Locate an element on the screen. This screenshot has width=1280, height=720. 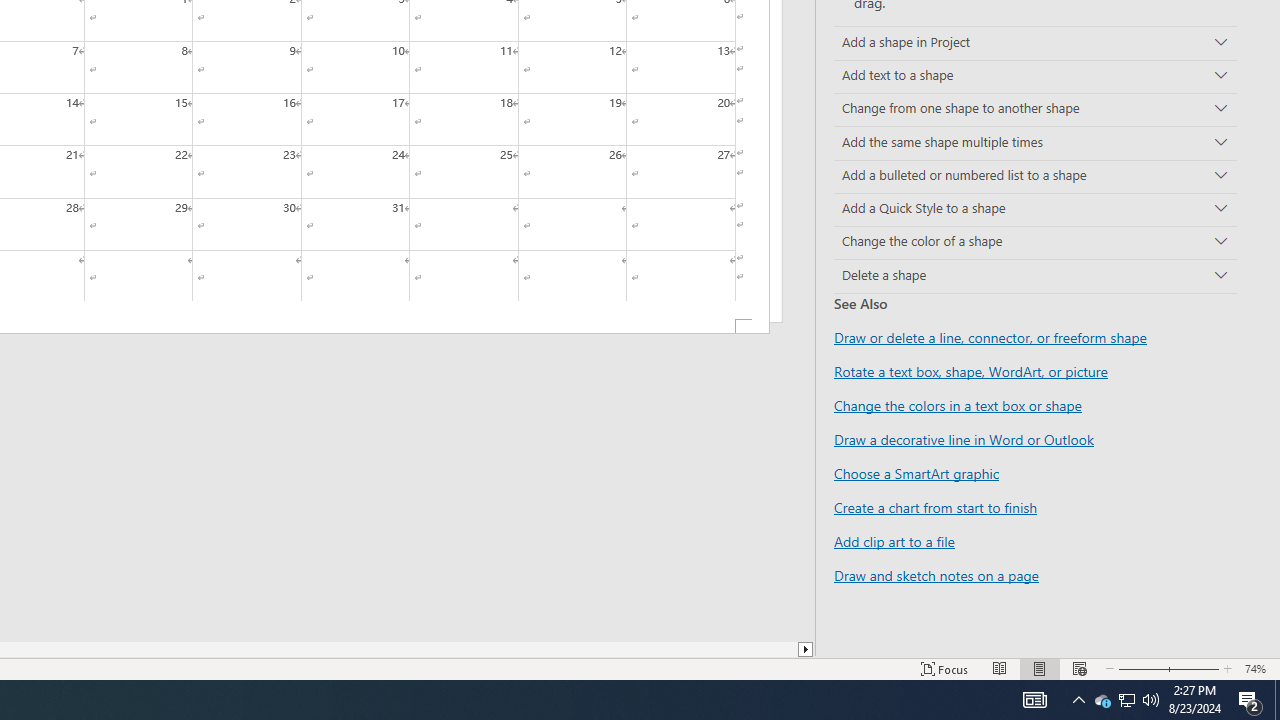
'Add a Quick Style to a shape' is located at coordinates (1035, 209).